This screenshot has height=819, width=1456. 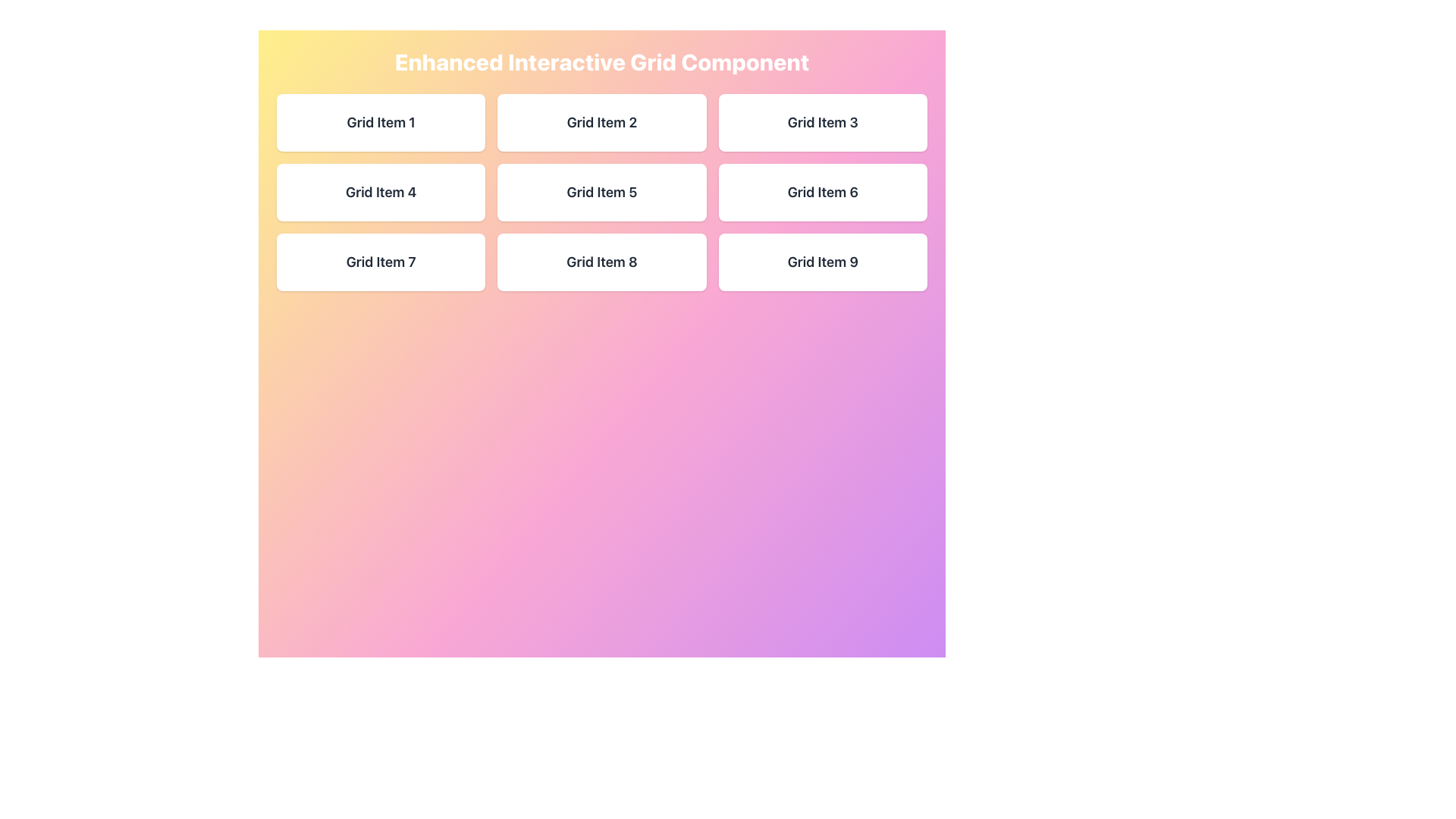 What do you see at coordinates (601, 122) in the screenshot?
I see `the button labeled 'Grid Item 2'` at bounding box center [601, 122].